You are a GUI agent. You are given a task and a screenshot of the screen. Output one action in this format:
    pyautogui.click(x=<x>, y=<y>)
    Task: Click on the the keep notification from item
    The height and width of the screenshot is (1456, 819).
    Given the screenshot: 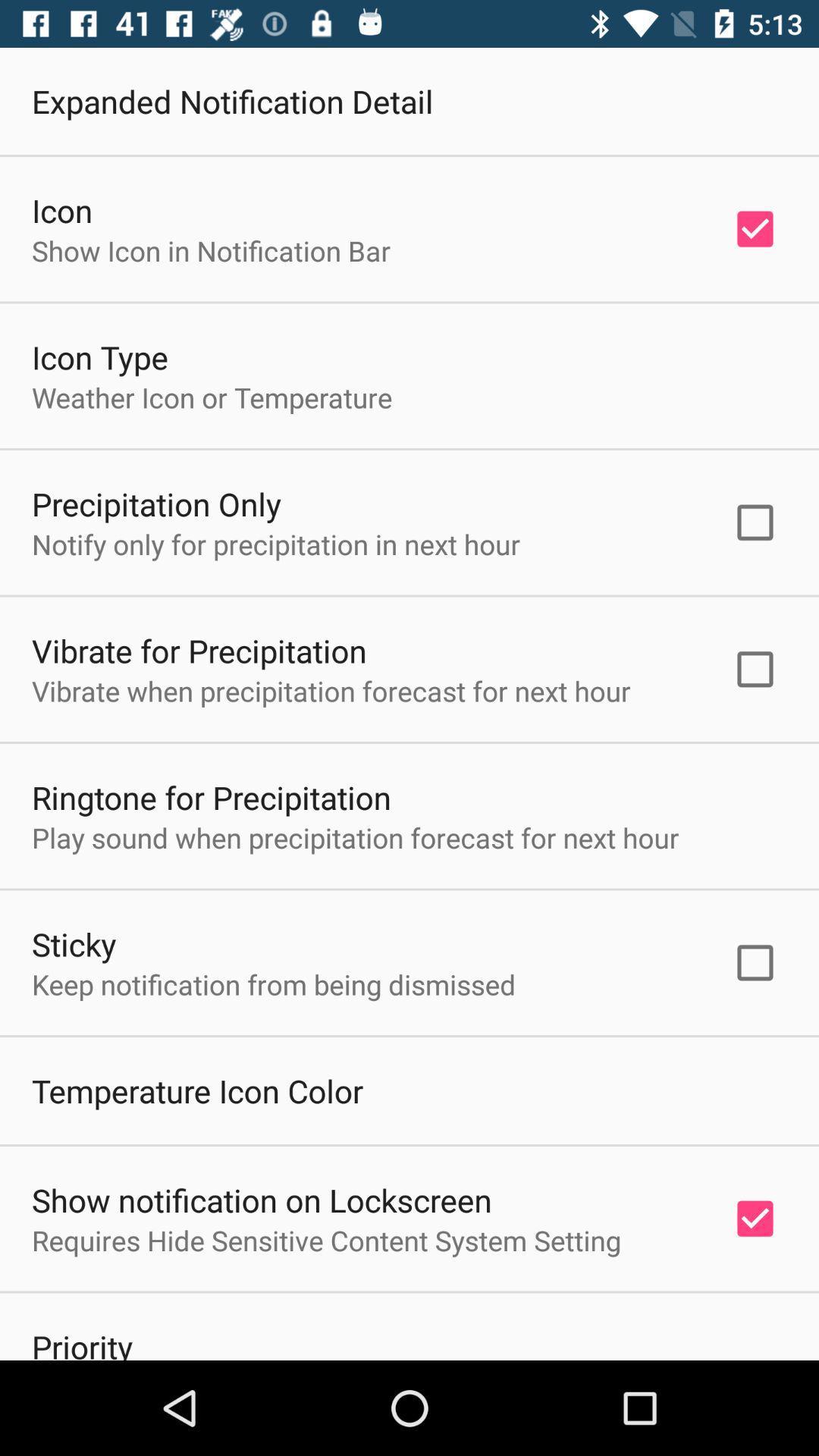 What is the action you would take?
    pyautogui.click(x=274, y=984)
    